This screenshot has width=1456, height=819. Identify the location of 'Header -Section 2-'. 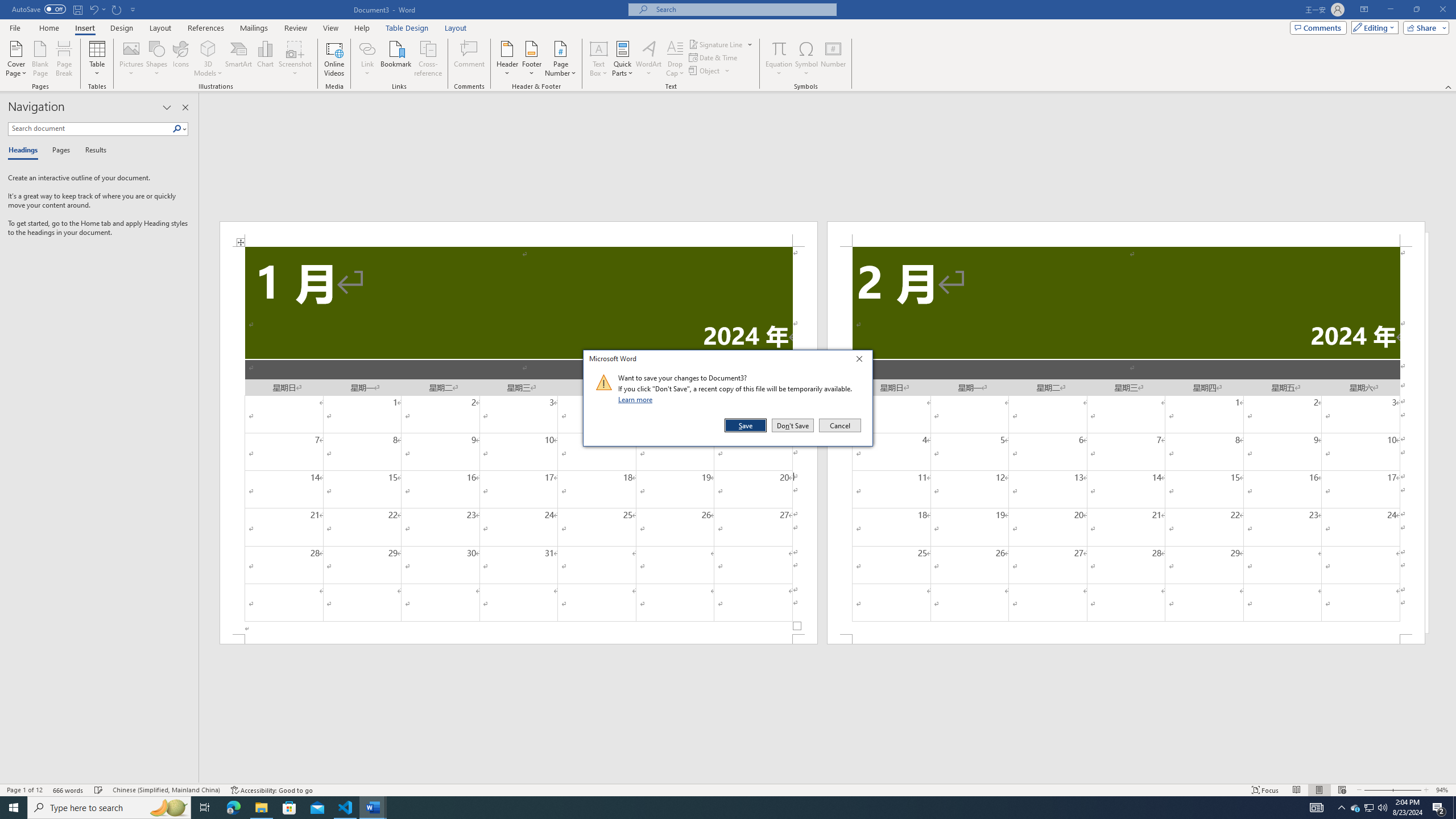
(1126, 233).